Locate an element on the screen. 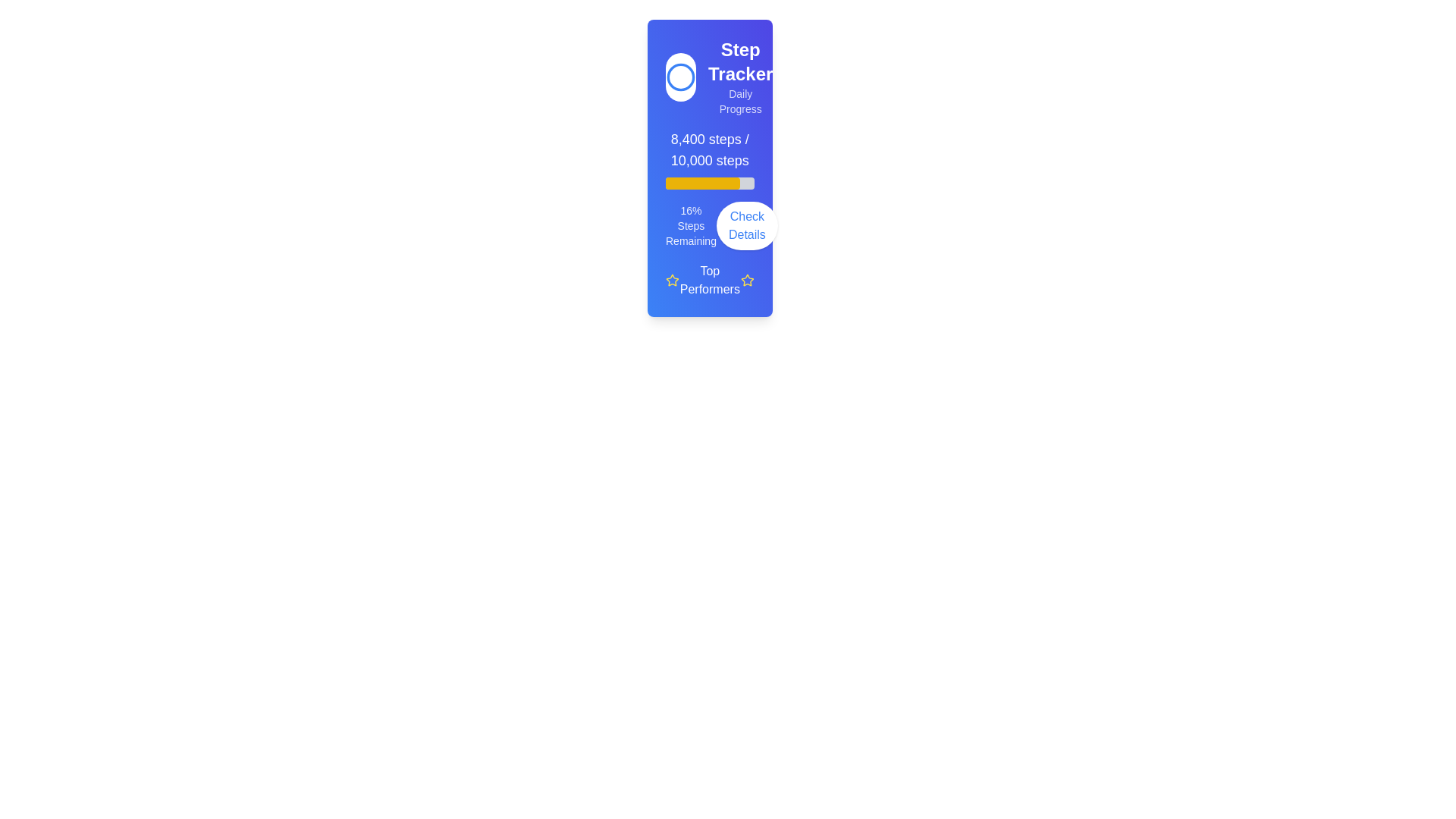 This screenshot has width=1456, height=819. properties of the Progress Indicator with Text located within the 'Step Tracker' card, which displays progress information and is situated between the title text group and the '16% Steps Remaining' text is located at coordinates (709, 158).